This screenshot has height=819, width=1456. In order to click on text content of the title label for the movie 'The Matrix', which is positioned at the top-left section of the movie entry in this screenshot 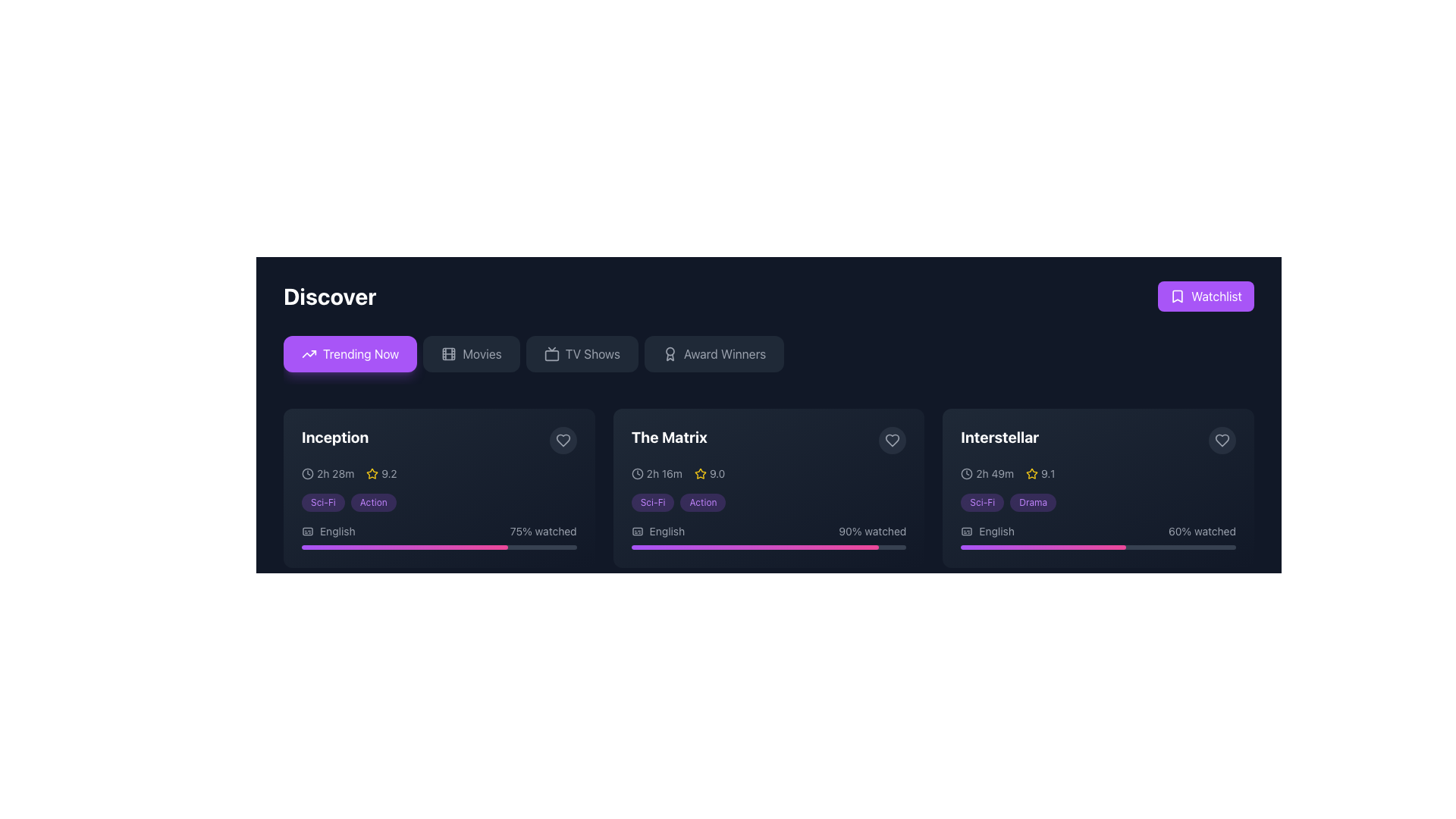, I will do `click(668, 438)`.